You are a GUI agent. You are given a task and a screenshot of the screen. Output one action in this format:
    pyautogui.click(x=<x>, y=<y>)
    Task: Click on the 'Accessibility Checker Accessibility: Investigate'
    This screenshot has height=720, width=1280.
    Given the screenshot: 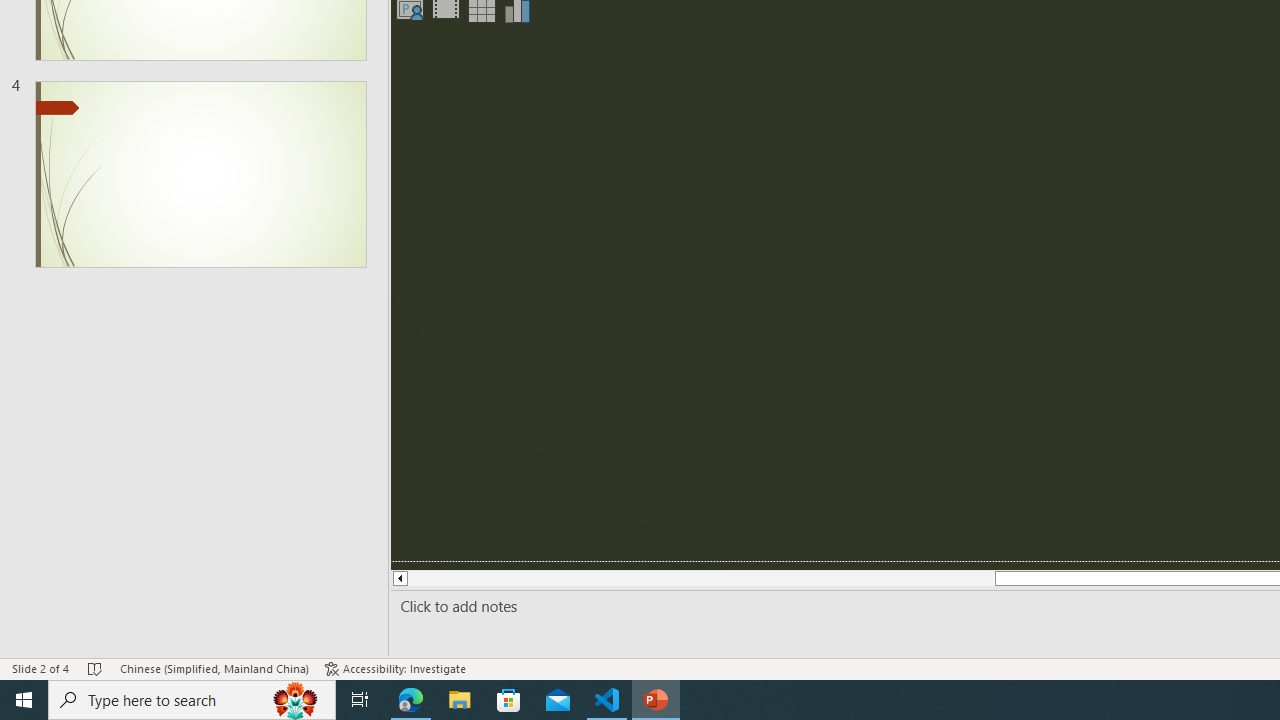 What is the action you would take?
    pyautogui.click(x=395, y=669)
    